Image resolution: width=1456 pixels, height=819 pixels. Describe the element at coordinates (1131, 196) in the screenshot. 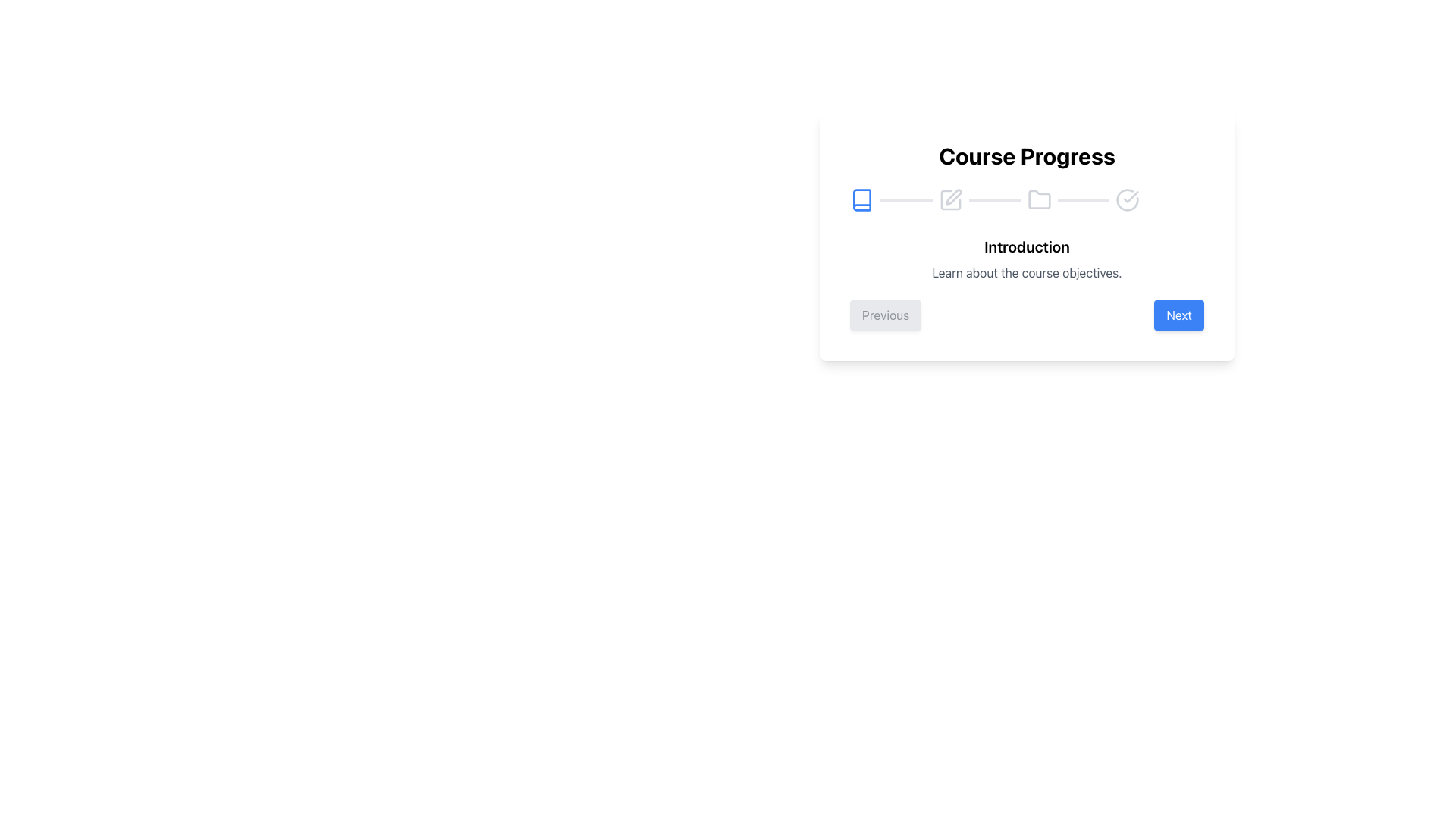

I see `the vector graphic element that indicates the completion of the associated step in the progress tracker, located inside the rightmost circular icon in the 'Course Progress' section` at that location.